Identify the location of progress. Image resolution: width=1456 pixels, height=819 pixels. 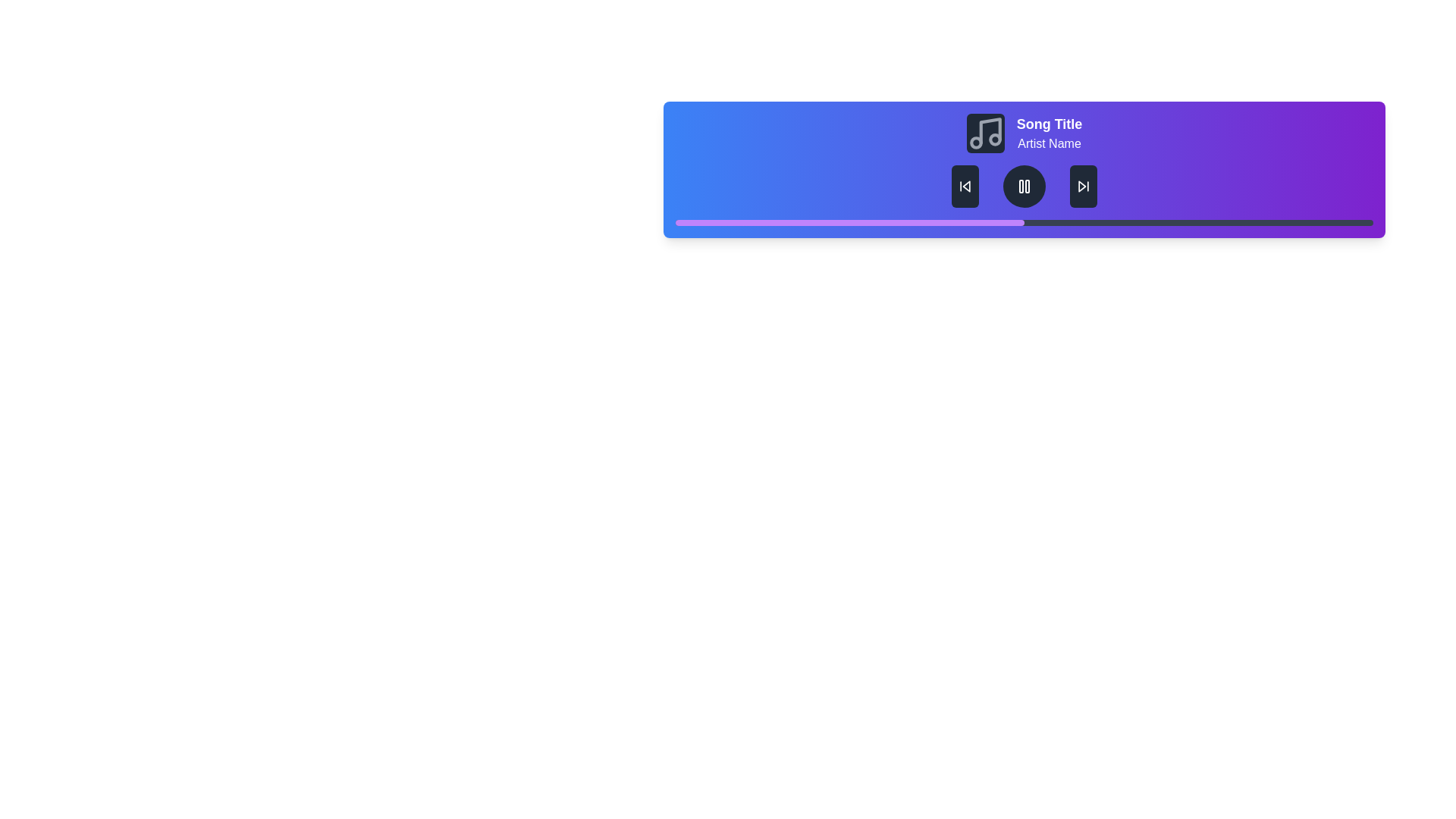
(940, 222).